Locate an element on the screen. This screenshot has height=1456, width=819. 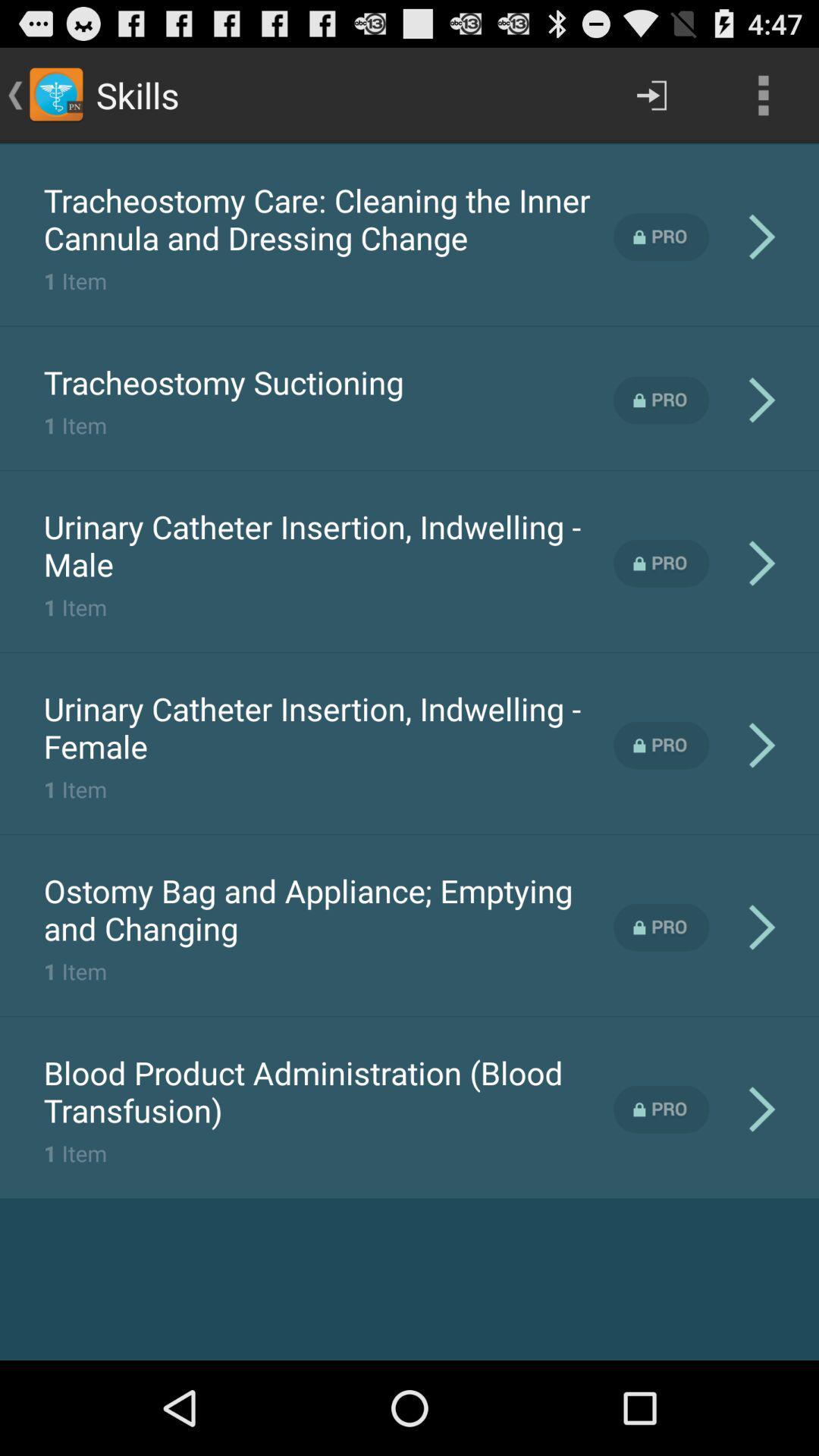
ostomy bag and app is located at coordinates (328, 909).